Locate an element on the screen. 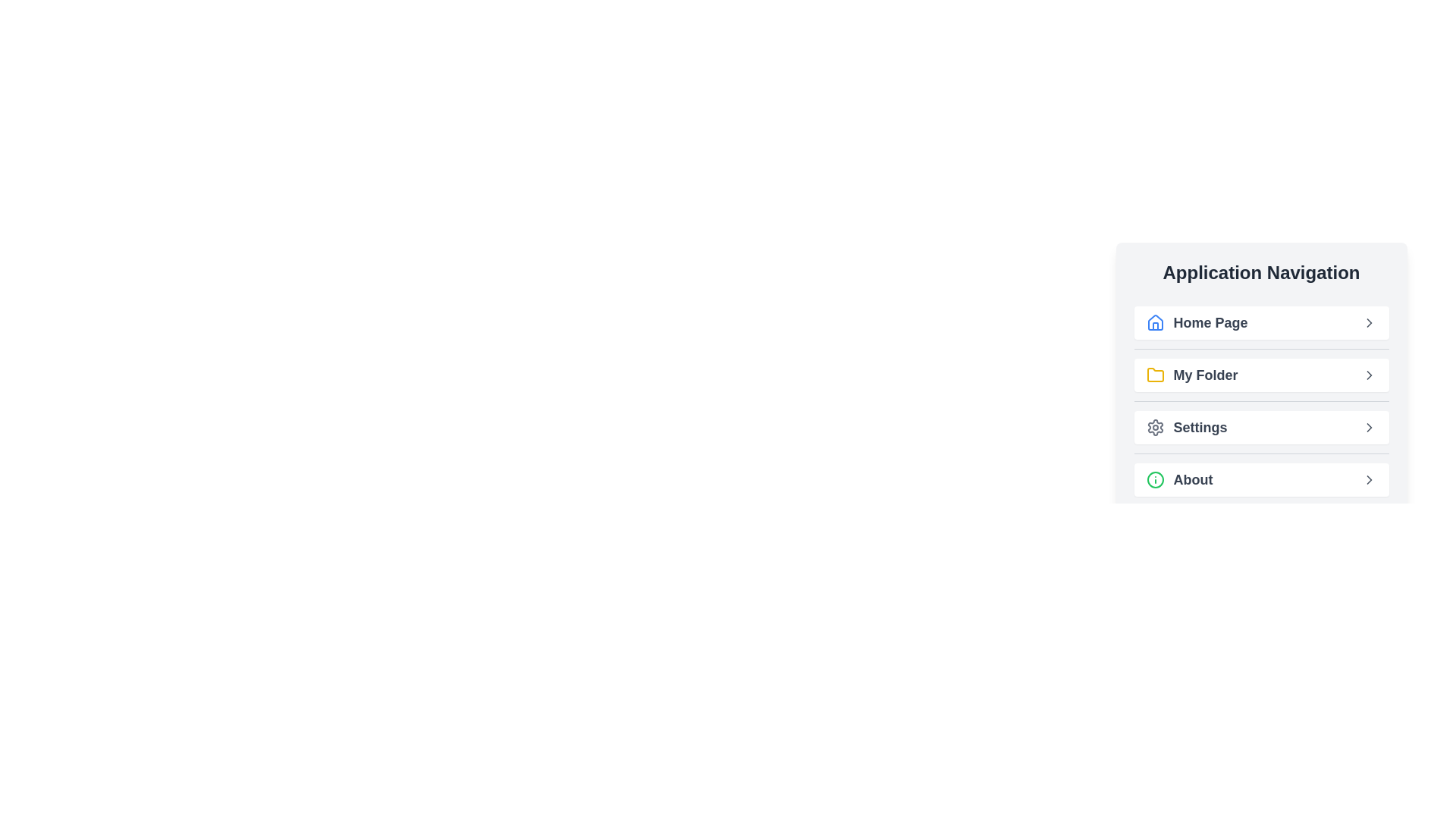 Image resolution: width=1456 pixels, height=819 pixels. the 'Settings' menu item in the vertical navigation menu is located at coordinates (1261, 427).